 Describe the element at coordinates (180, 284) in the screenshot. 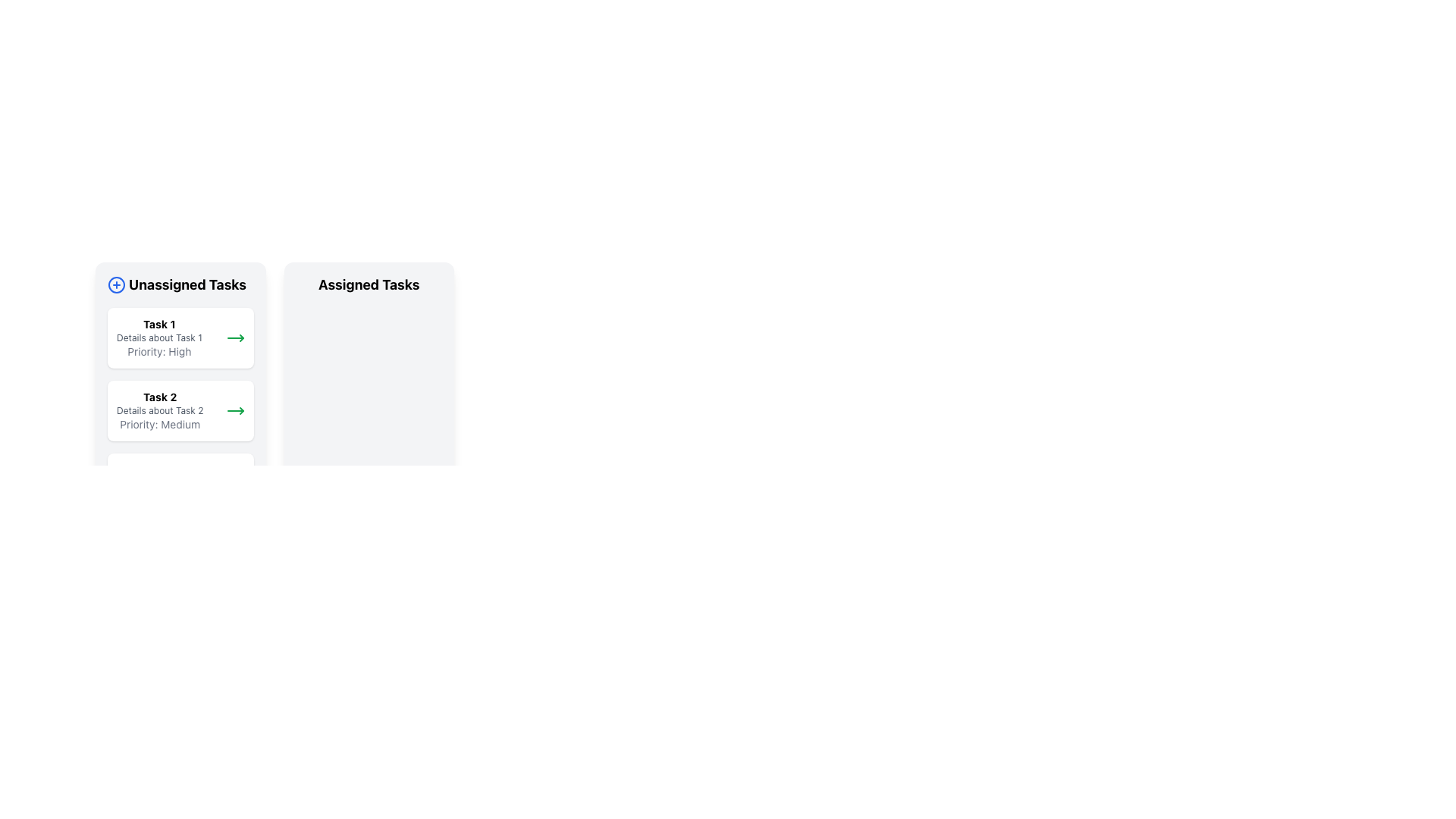

I see `text of the 'Unassigned Tasks' header, which is styled with bold and large font and is accompanied by a circular blue 'plus' icon` at that location.